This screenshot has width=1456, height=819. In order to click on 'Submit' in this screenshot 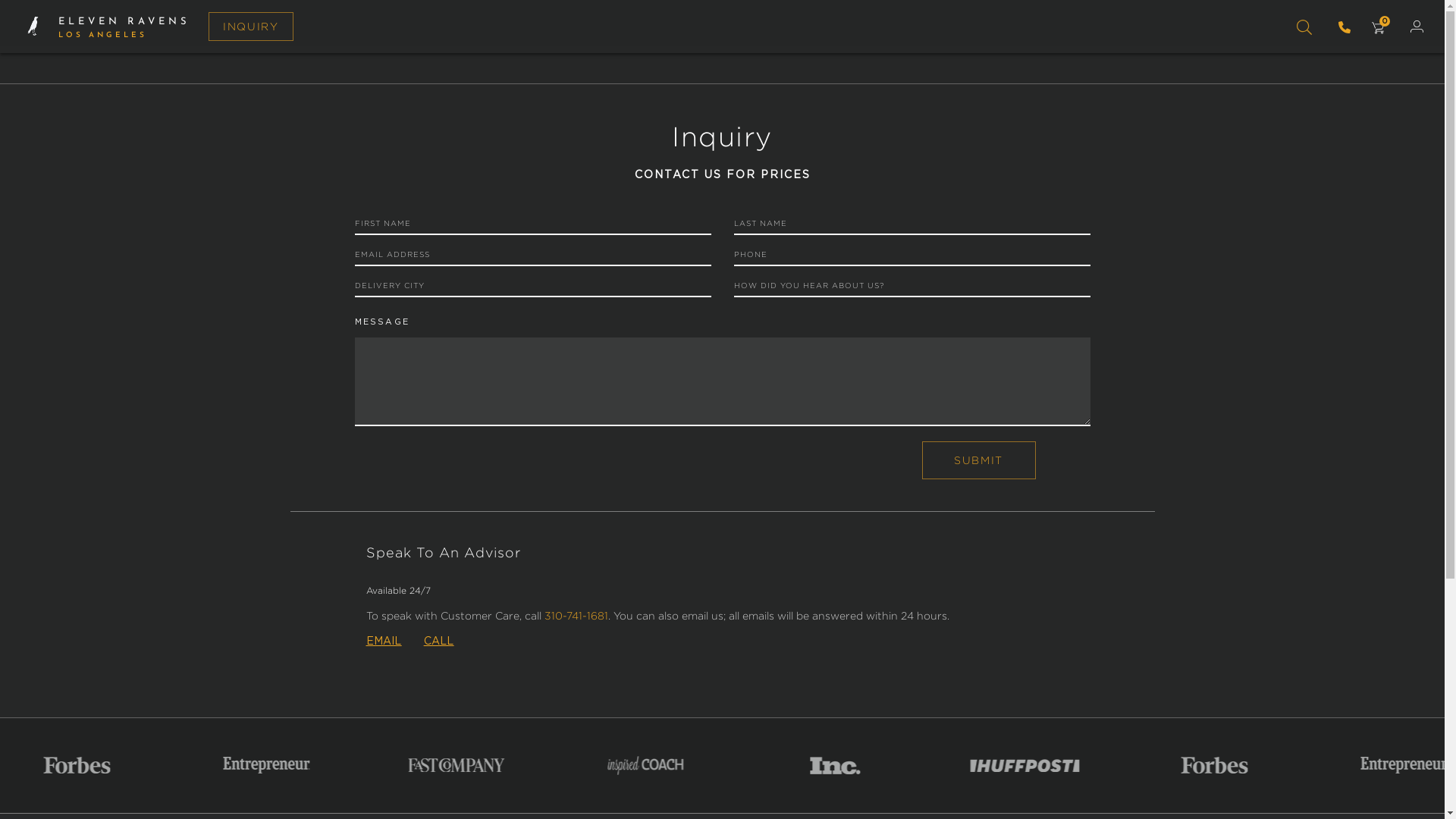, I will do `click(979, 459)`.